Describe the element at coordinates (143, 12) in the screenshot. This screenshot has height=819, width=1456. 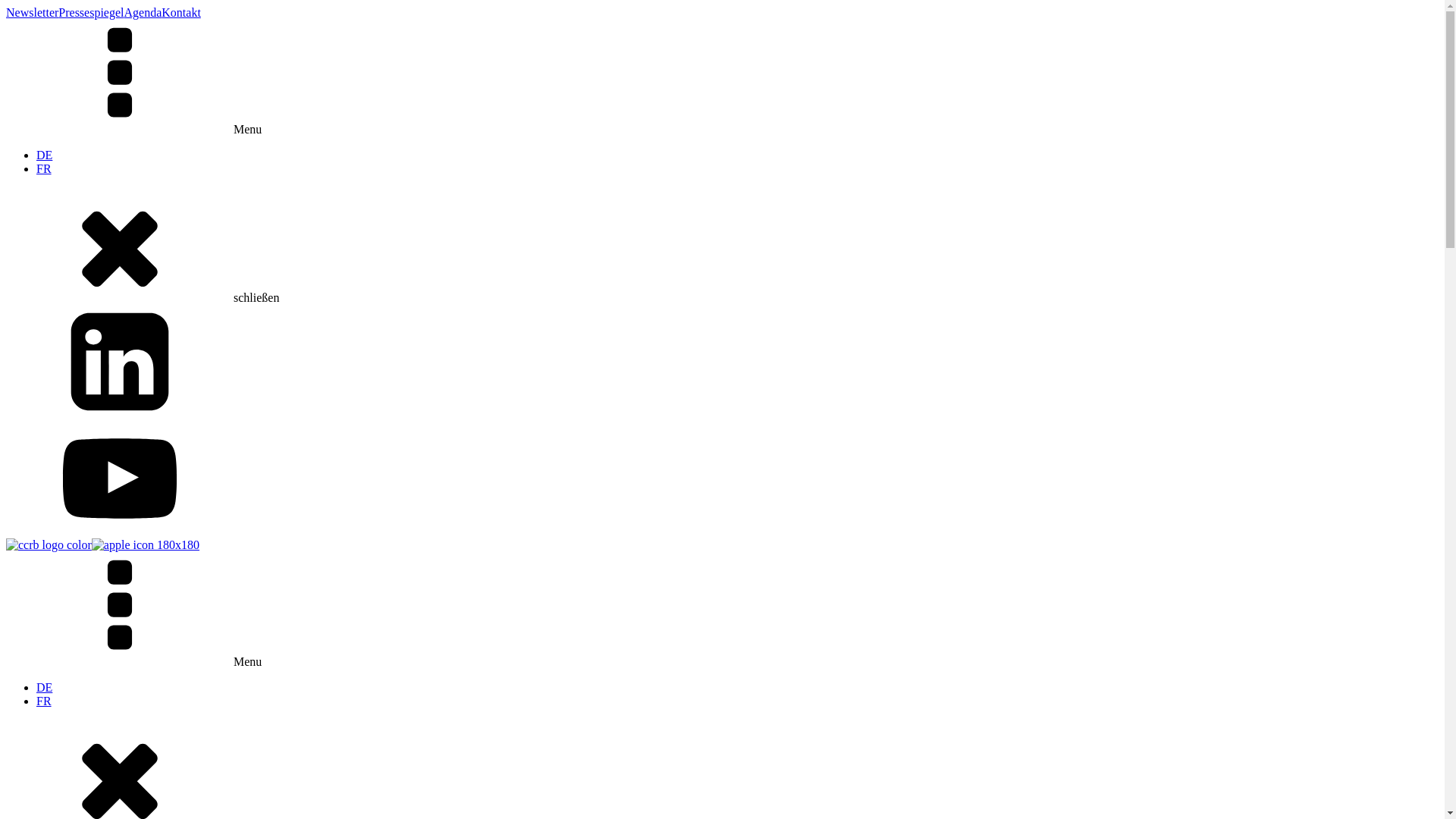
I see `'Agenda'` at that location.